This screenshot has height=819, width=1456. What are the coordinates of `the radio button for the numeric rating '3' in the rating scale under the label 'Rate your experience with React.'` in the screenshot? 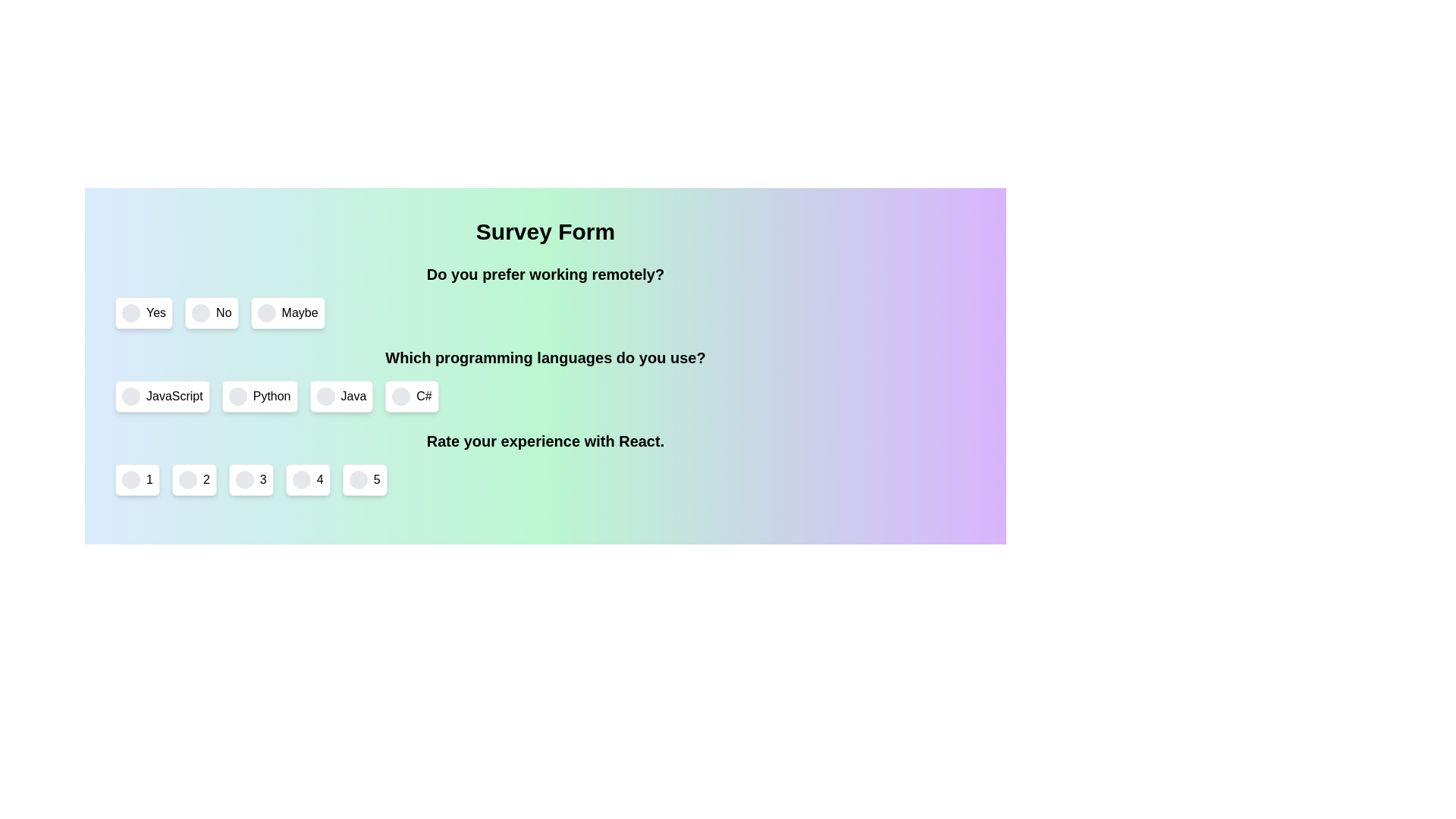 It's located at (251, 479).